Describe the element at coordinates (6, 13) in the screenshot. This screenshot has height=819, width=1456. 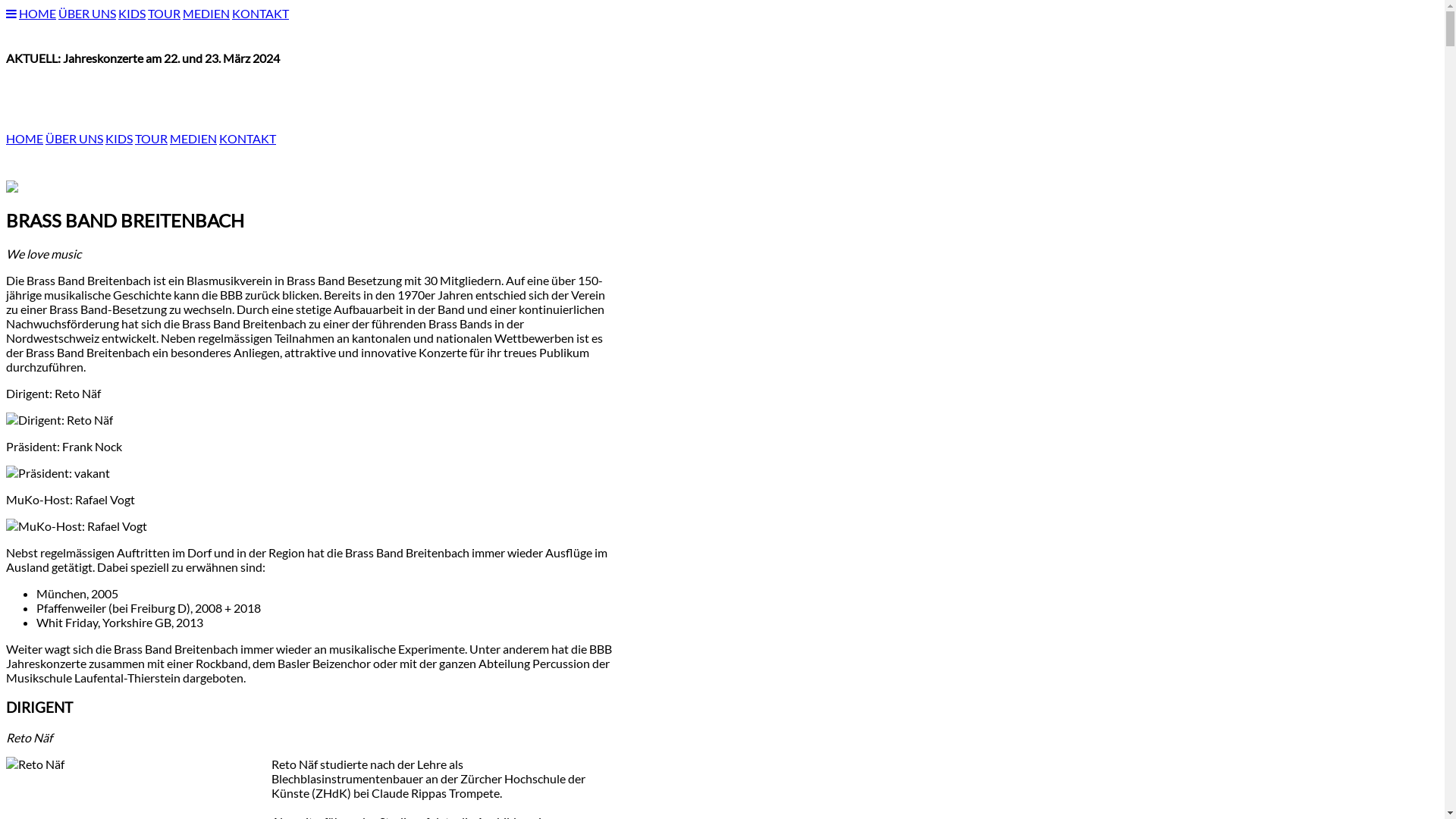
I see `'Toggle Navigation Menu'` at that location.